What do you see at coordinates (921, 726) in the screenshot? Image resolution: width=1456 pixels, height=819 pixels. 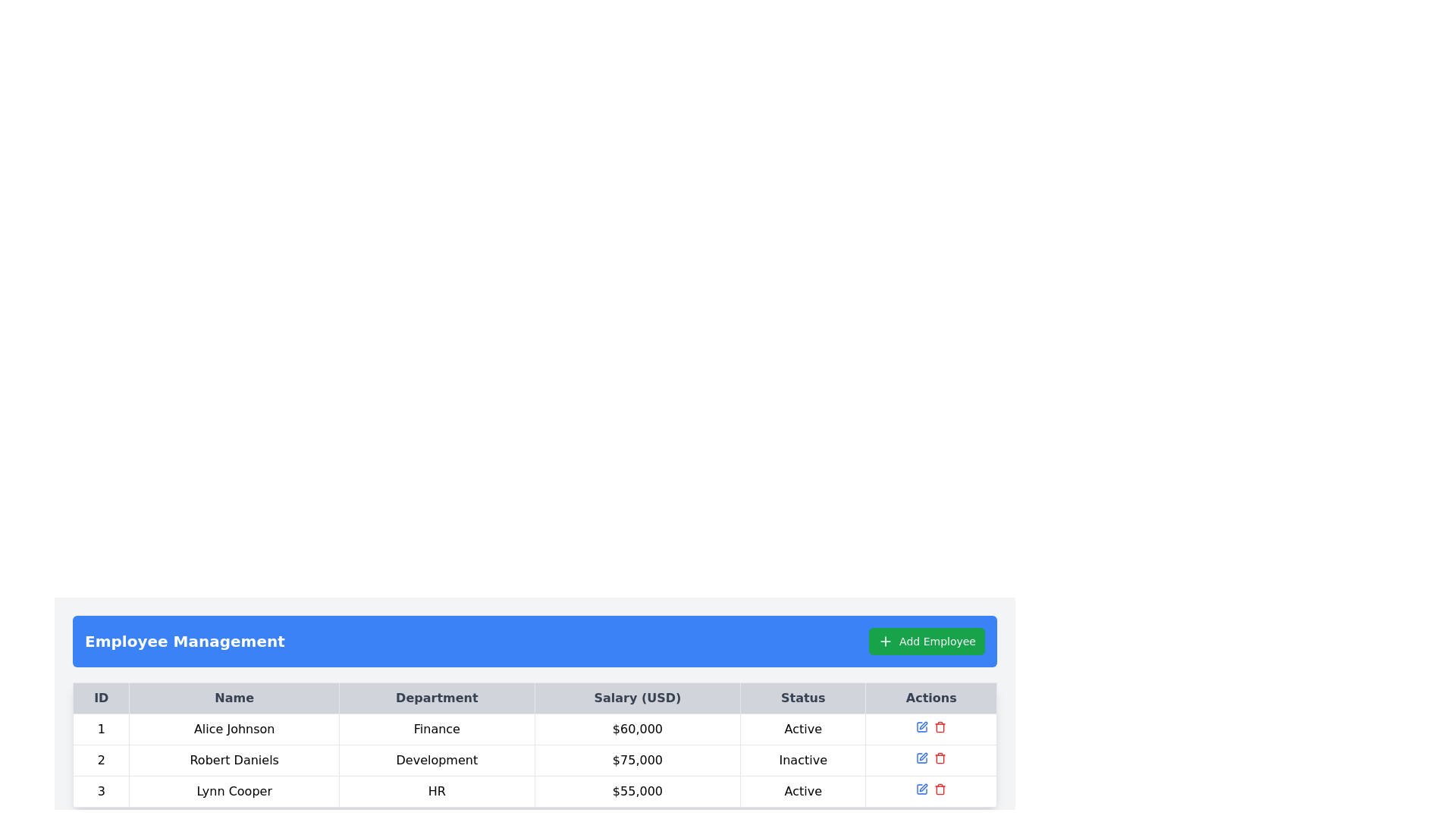 I see `the Icon Button in the 'Actions' column of the table corresponding to the first row for Alice Johnson to initiate edit` at bounding box center [921, 726].